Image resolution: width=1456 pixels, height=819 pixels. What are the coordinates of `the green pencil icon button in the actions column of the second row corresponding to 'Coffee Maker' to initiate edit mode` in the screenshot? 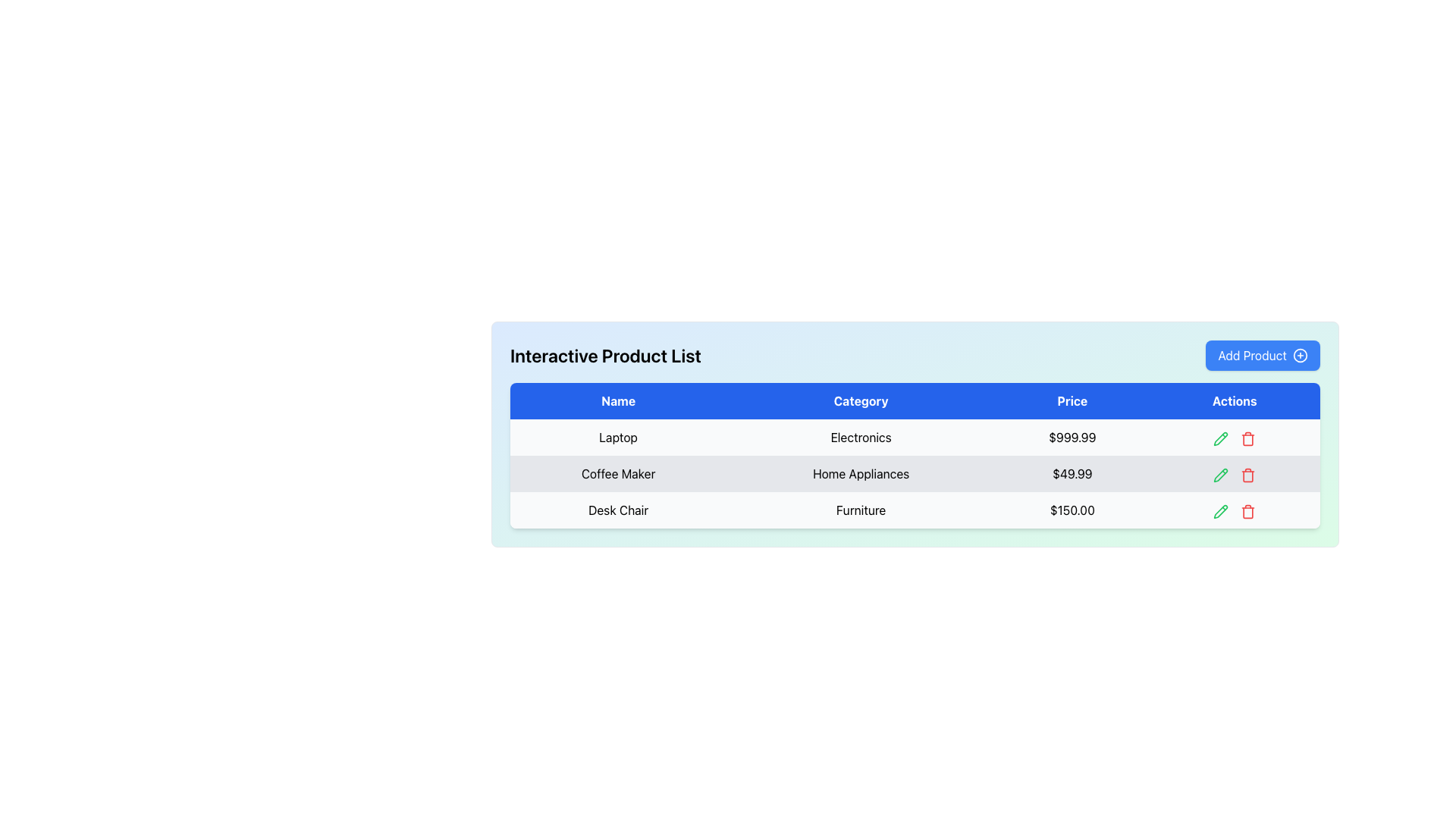 It's located at (1221, 474).